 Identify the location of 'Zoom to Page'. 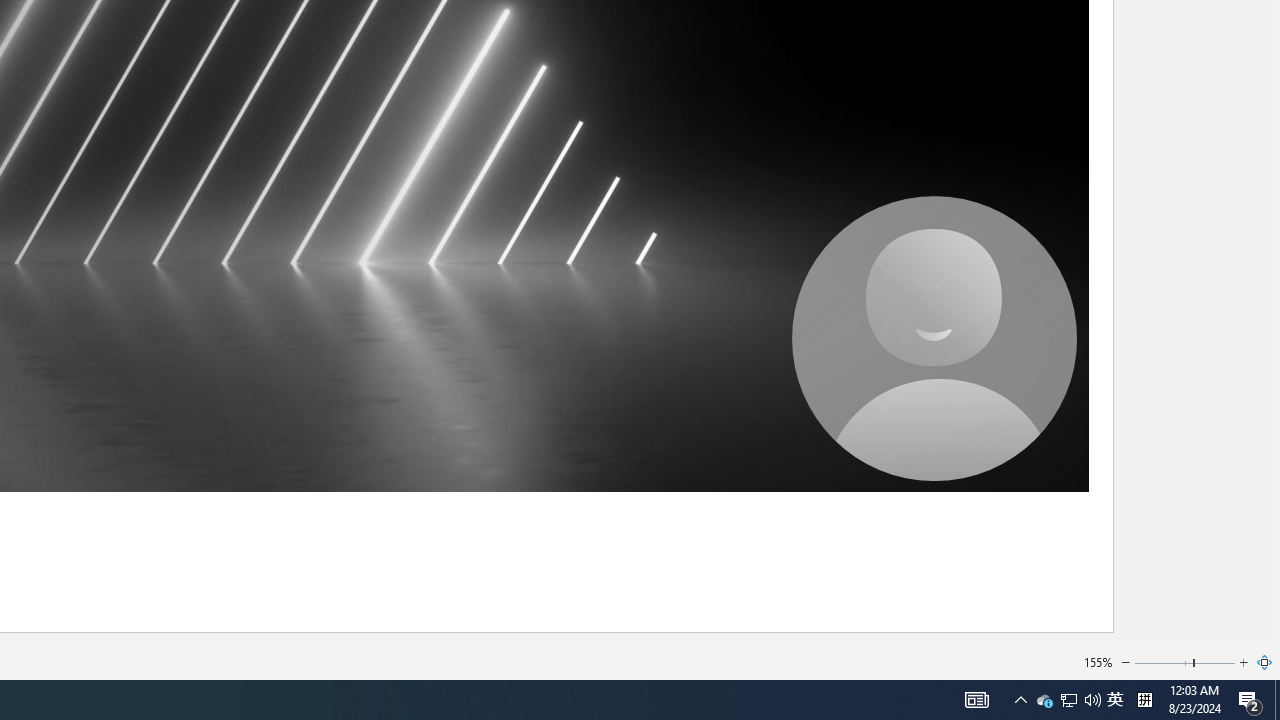
(1264, 663).